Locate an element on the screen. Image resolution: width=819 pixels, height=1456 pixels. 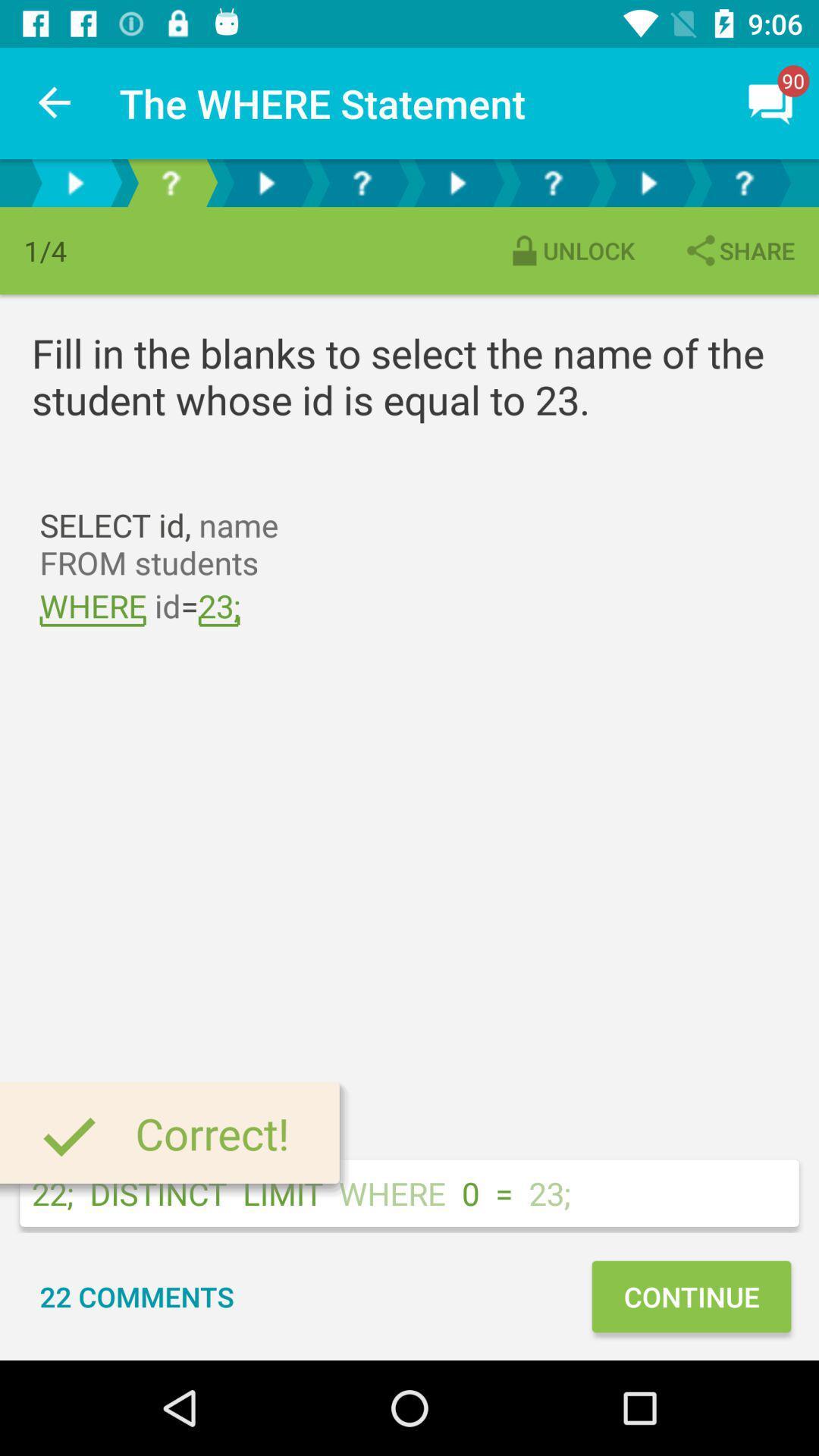
trial question is located at coordinates (170, 182).